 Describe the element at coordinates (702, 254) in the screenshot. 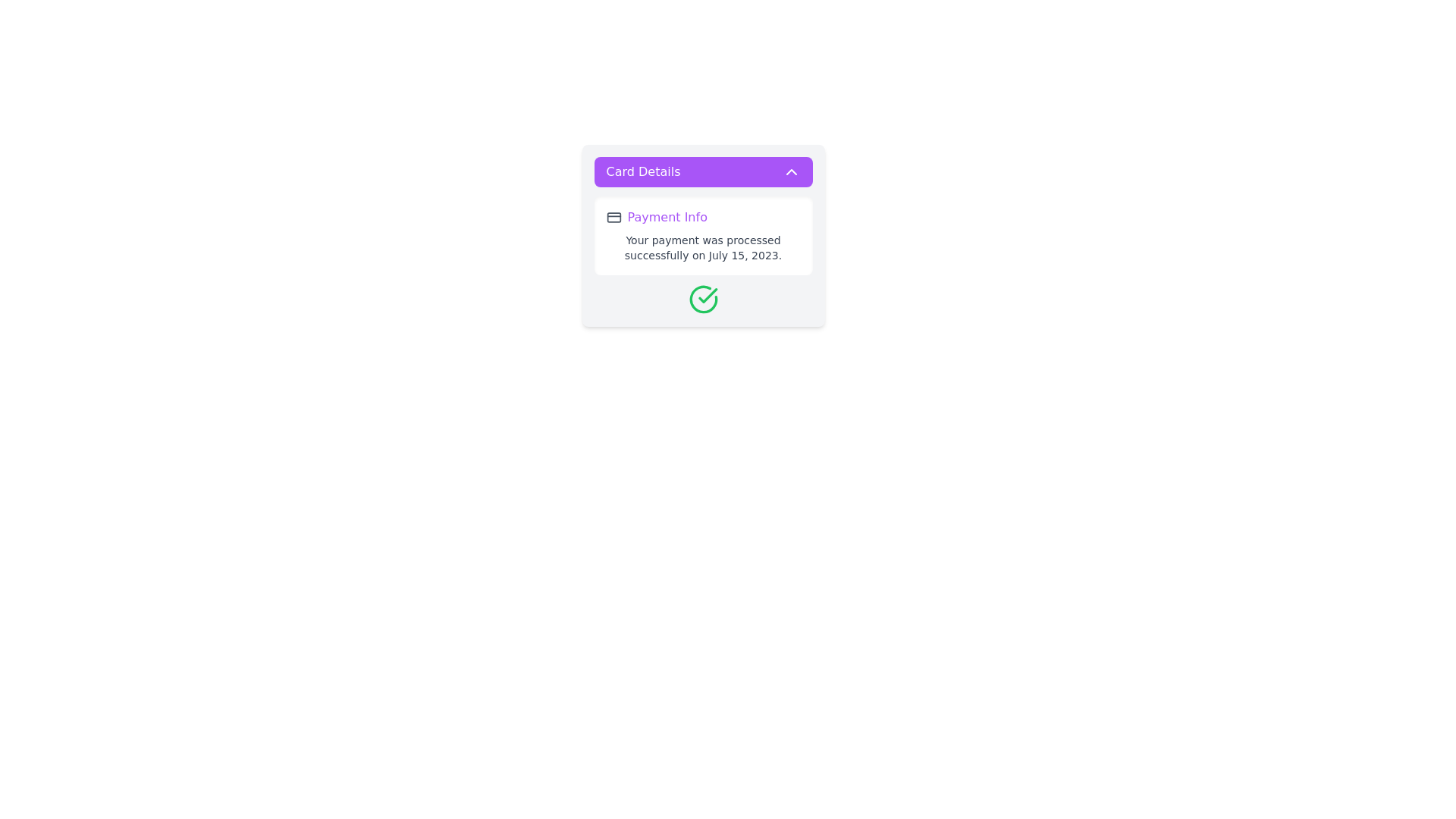

I see `the informational text block that displays 'Payment Info' with a confirmation message, located below the 'Card Details' heading in a purple bar` at that location.